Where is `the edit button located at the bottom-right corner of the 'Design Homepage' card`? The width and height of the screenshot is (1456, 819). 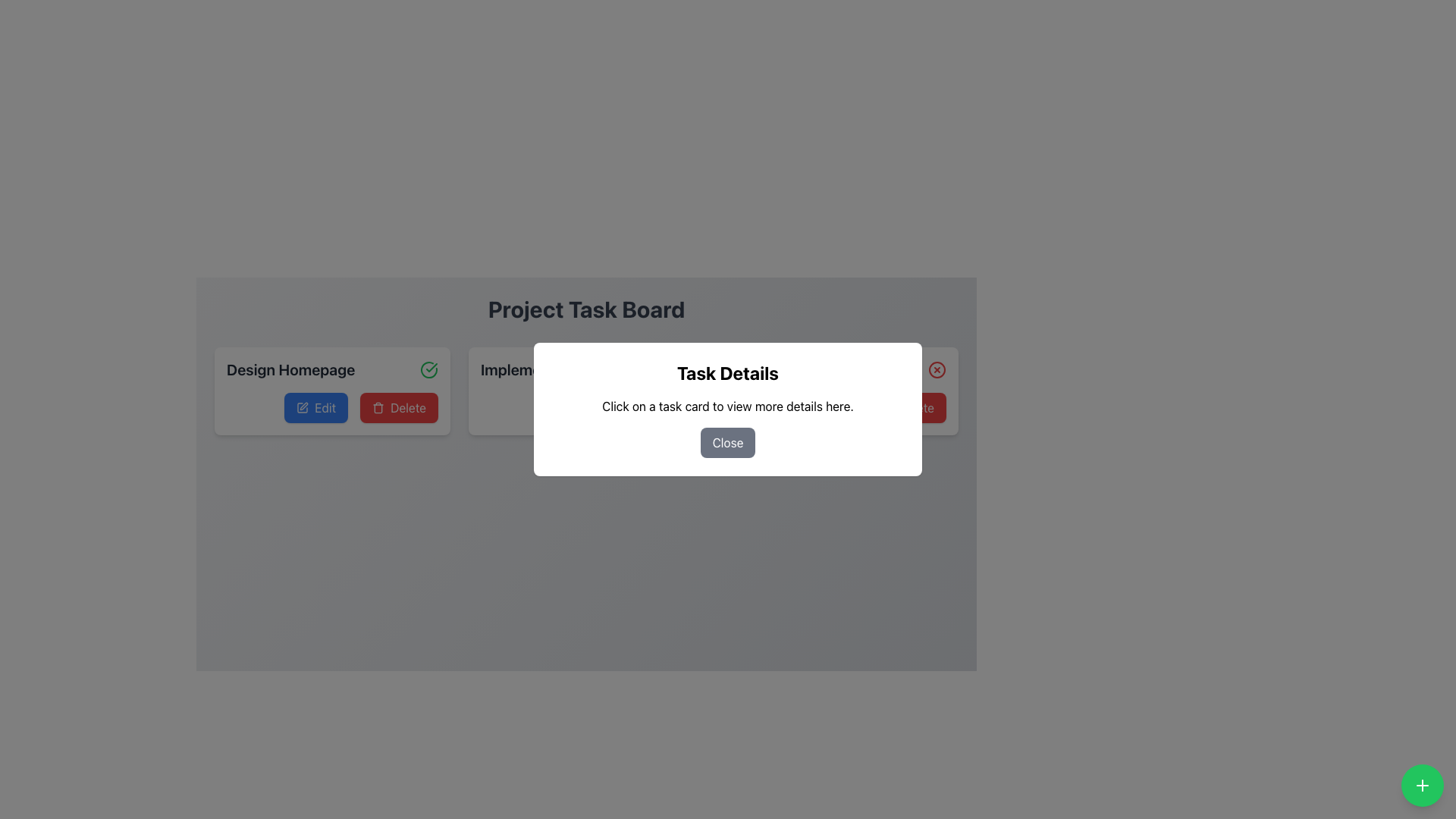 the edit button located at the bottom-right corner of the 'Design Homepage' card is located at coordinates (331, 406).